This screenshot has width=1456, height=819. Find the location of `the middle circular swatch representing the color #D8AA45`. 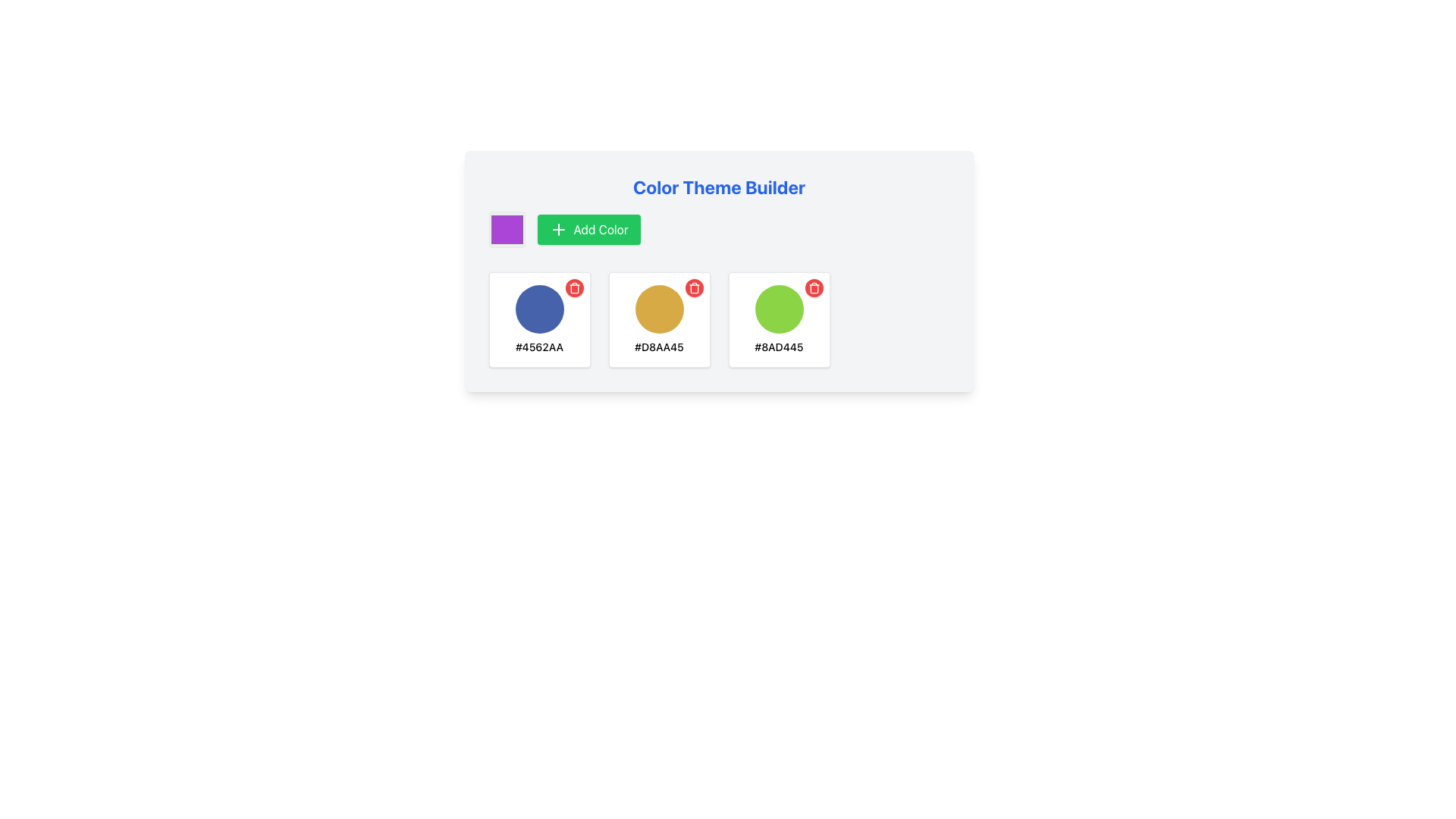

the middle circular swatch representing the color #D8AA45 is located at coordinates (659, 309).